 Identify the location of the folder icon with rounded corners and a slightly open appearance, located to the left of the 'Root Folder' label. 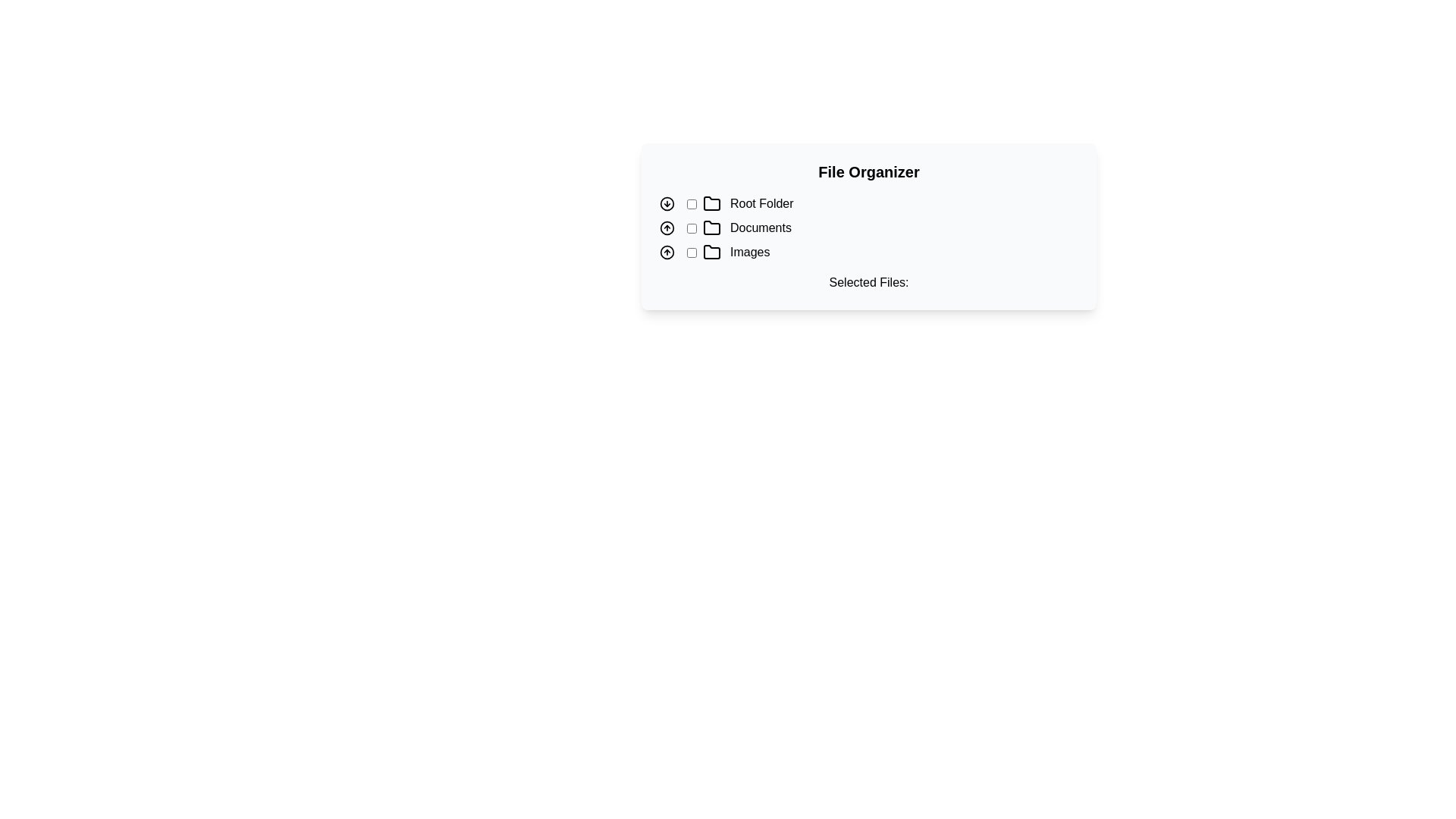
(711, 202).